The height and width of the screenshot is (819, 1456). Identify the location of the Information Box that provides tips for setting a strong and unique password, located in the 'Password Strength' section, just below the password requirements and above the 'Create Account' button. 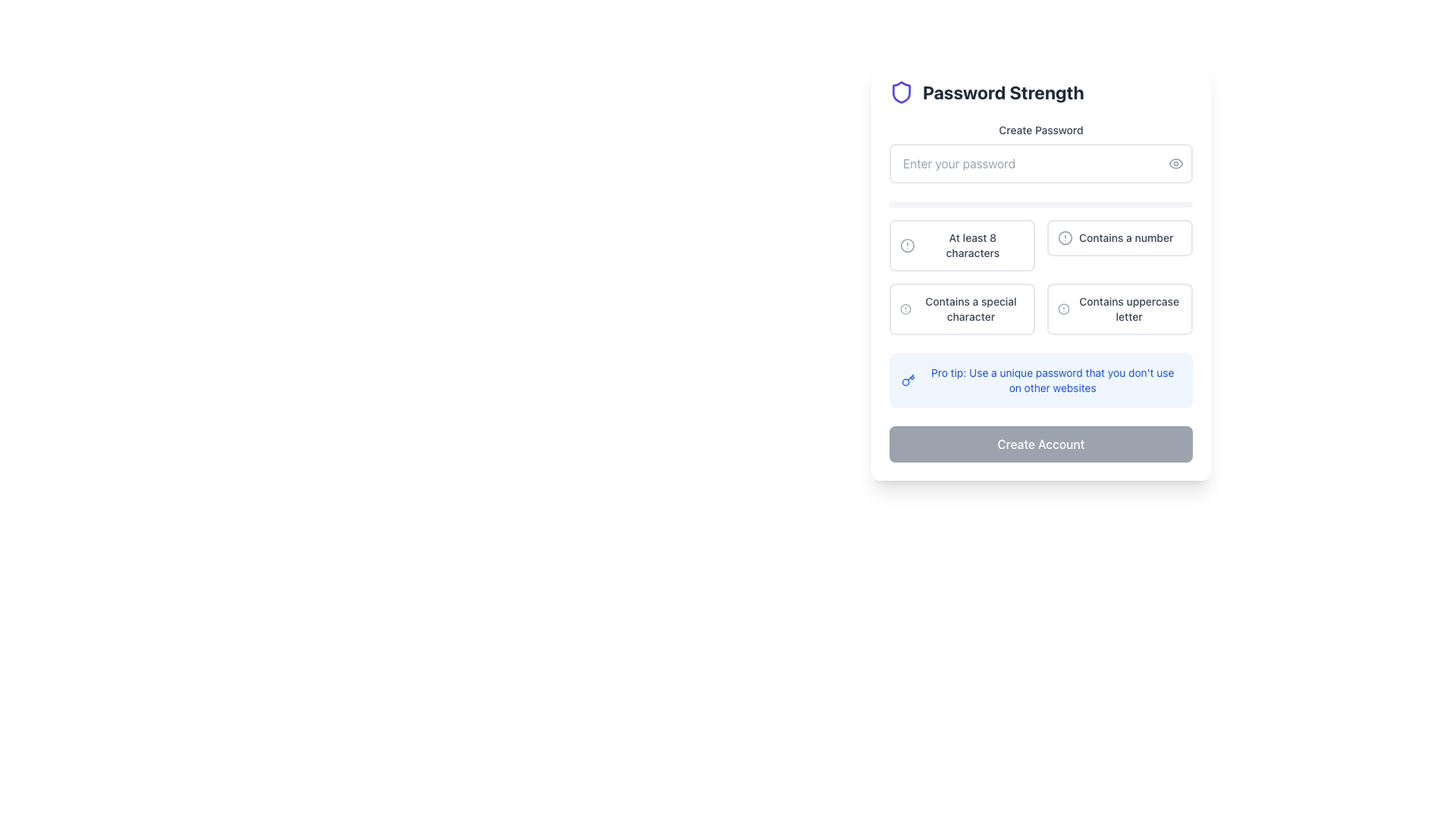
(1040, 379).